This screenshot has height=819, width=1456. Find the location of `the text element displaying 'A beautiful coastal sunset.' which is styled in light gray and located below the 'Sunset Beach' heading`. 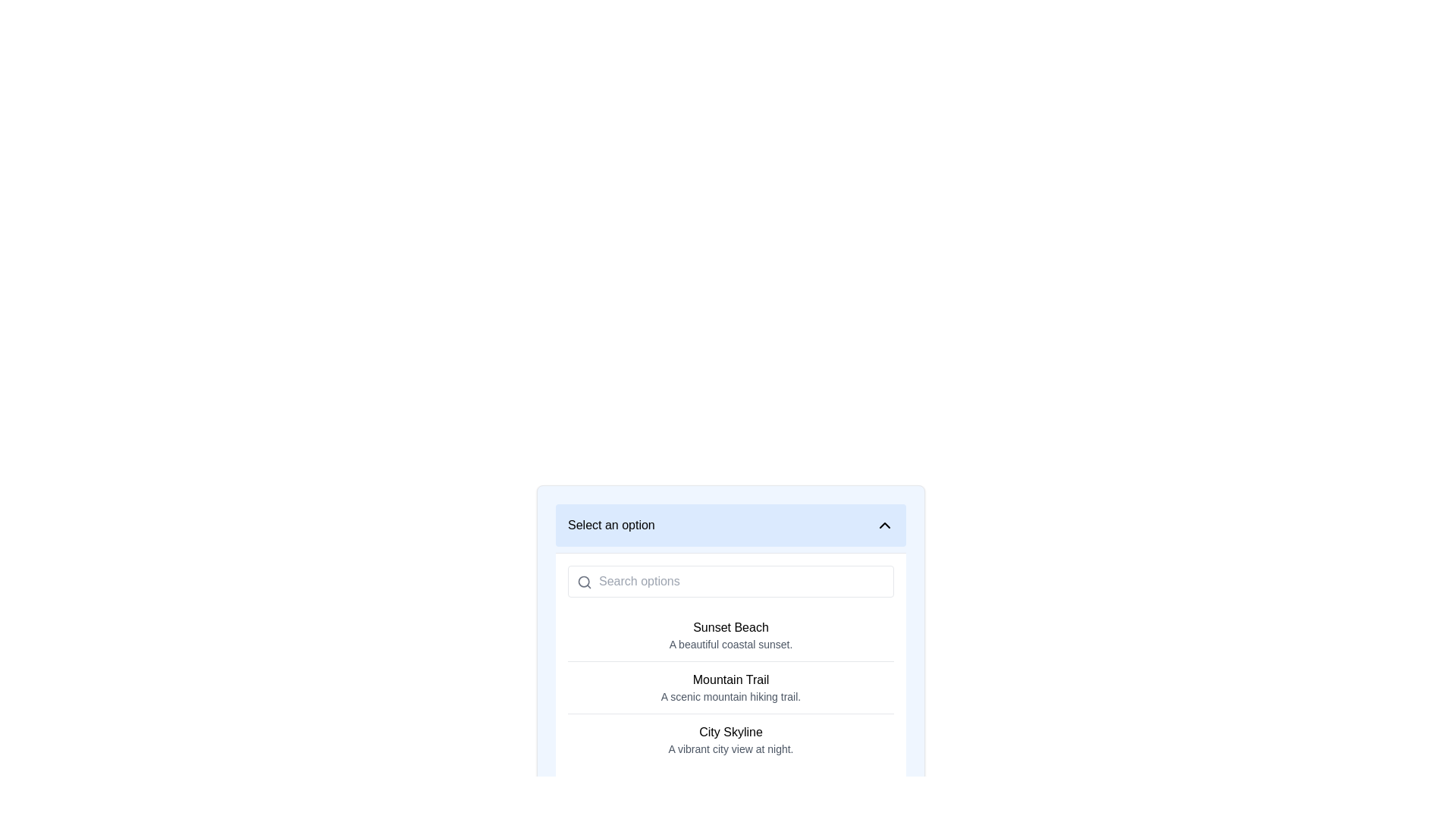

the text element displaying 'A beautiful coastal sunset.' which is styled in light gray and located below the 'Sunset Beach' heading is located at coordinates (731, 644).